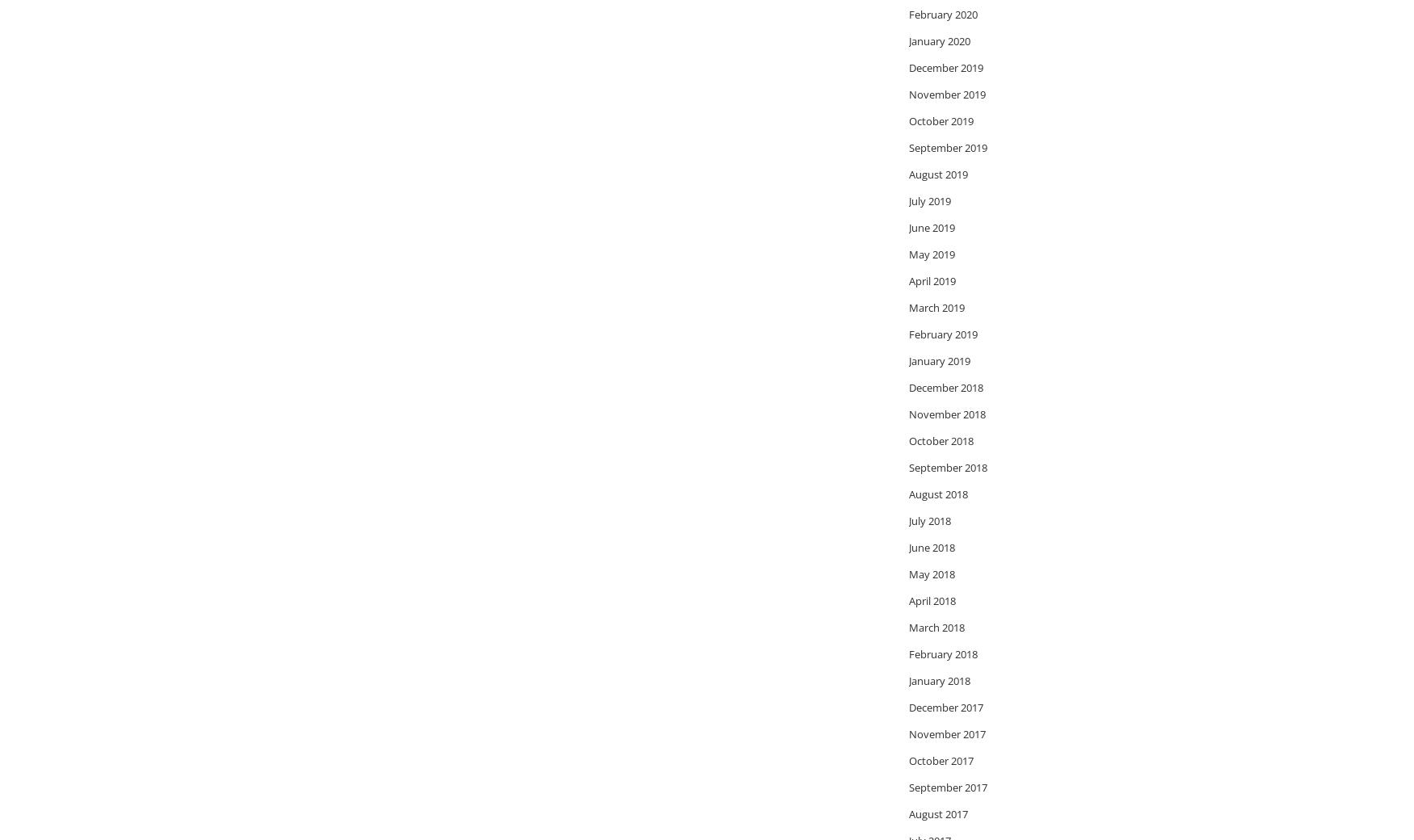 Image resolution: width=1414 pixels, height=840 pixels. I want to click on 'April 2018', so click(931, 599).